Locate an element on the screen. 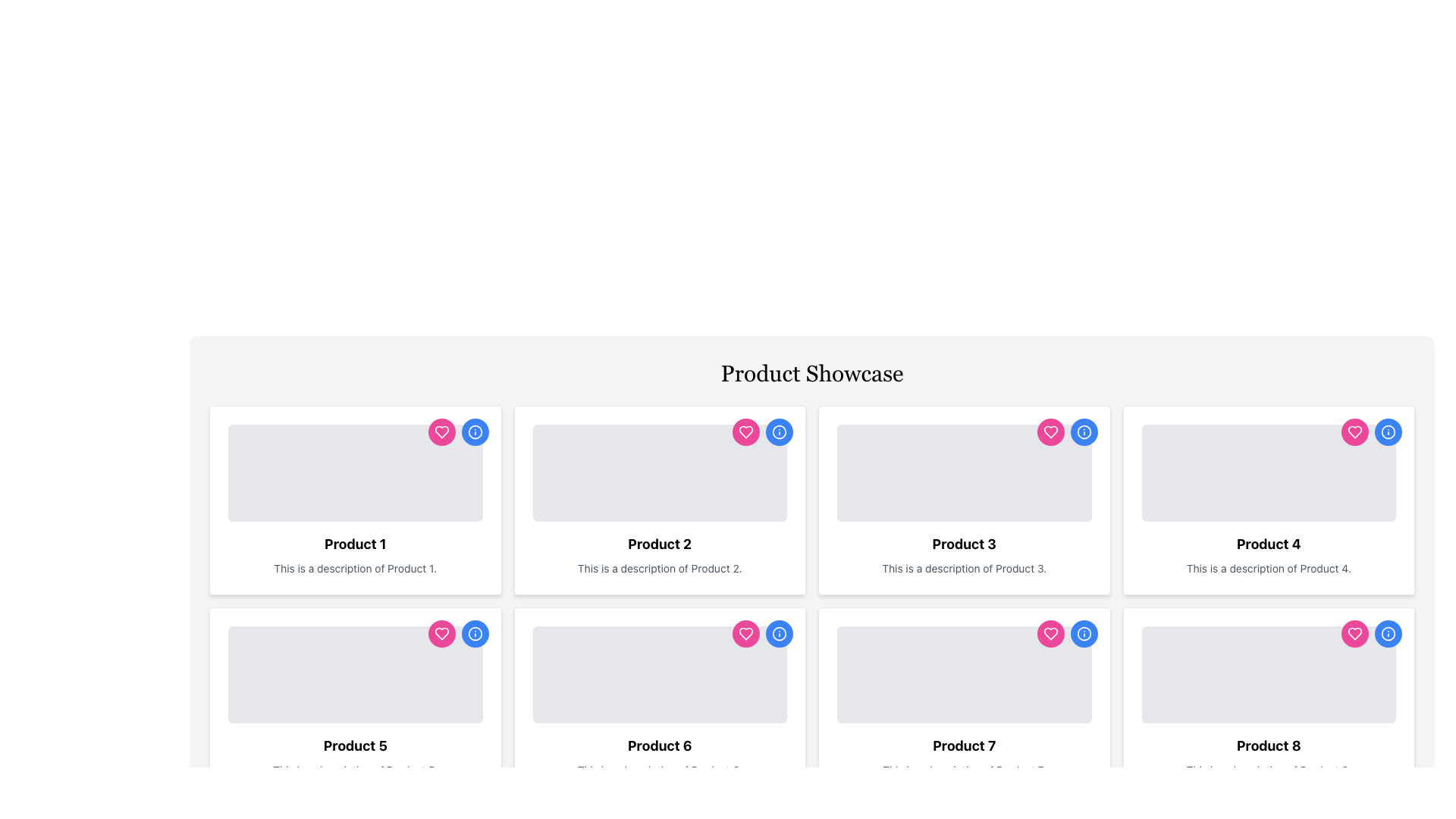 The image size is (1456, 819). the outer circular part of the blue 'info' icon located at the top-right corner of the 'Product 3' card is located at coordinates (1083, 432).